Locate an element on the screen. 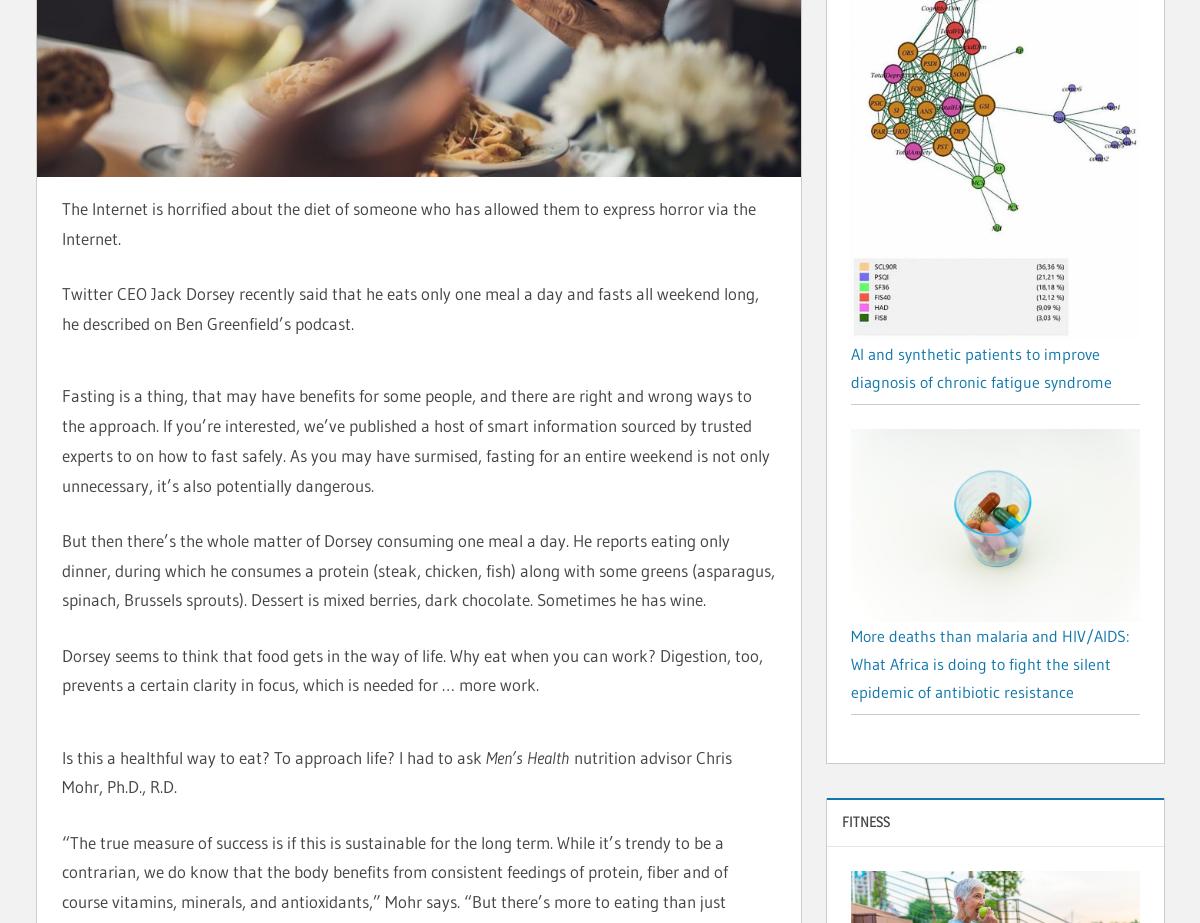 This screenshot has width=1200, height=923. 'Dorsey seems to think that food gets in the way of life. Why eat when you can work? Digestion, too, prevents a certain clarity in focus, which is needed for … more work.' is located at coordinates (412, 668).